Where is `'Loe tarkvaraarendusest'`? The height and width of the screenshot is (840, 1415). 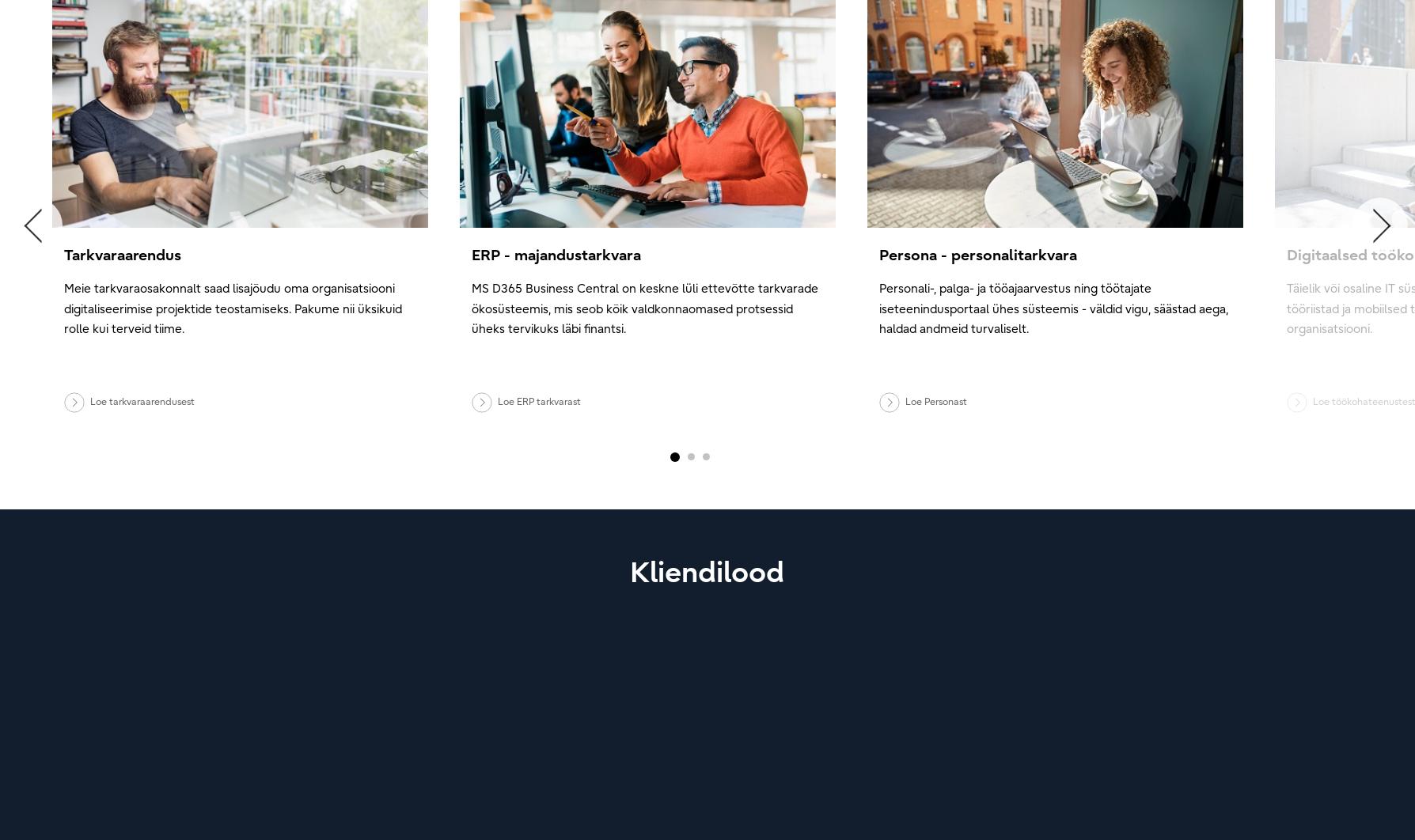
'Loe tarkvaraarendusest' is located at coordinates (142, 399).